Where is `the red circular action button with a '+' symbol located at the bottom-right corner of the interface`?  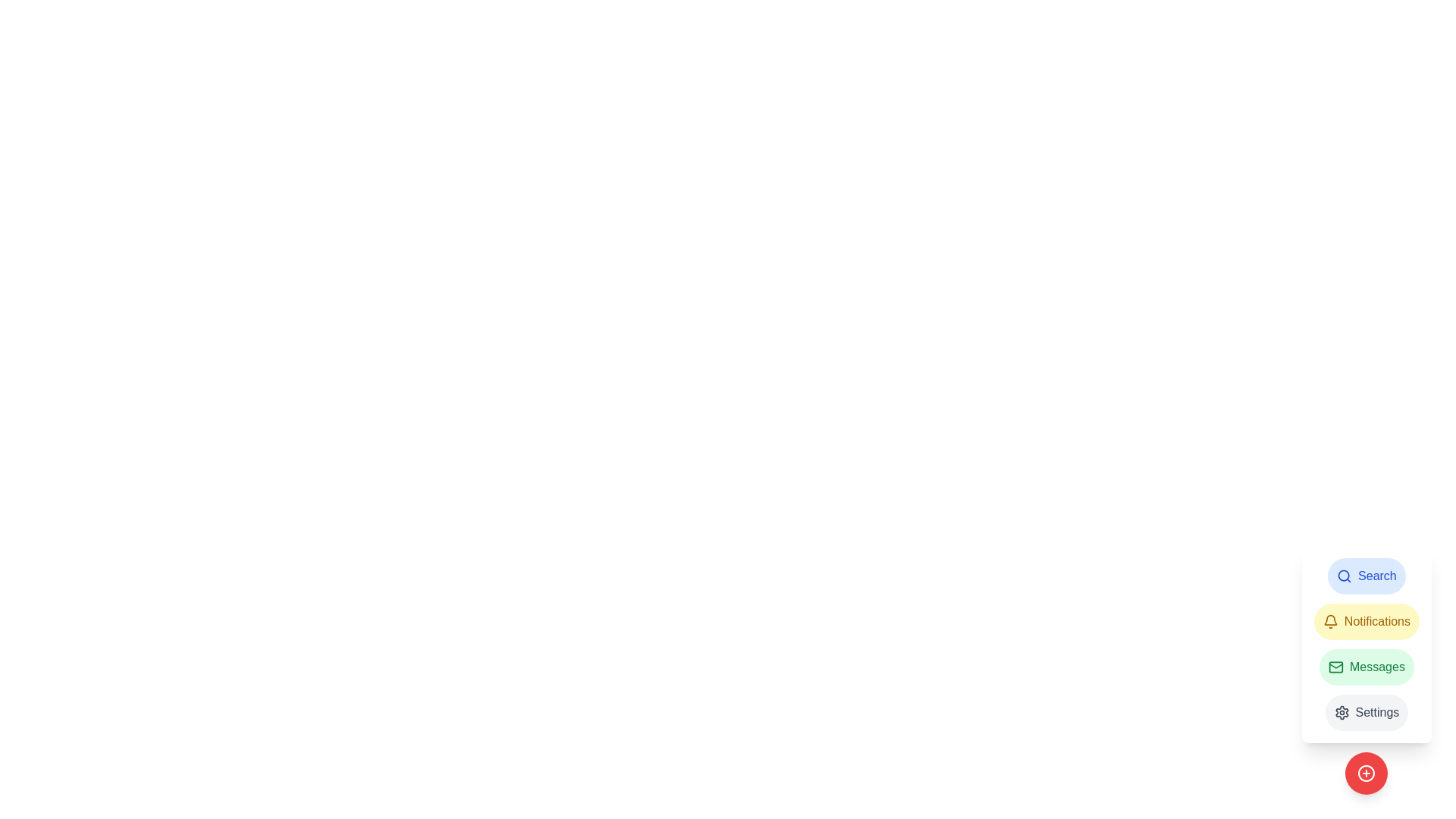 the red circular action button with a '+' symbol located at the bottom-right corner of the interface is located at coordinates (1367, 773).